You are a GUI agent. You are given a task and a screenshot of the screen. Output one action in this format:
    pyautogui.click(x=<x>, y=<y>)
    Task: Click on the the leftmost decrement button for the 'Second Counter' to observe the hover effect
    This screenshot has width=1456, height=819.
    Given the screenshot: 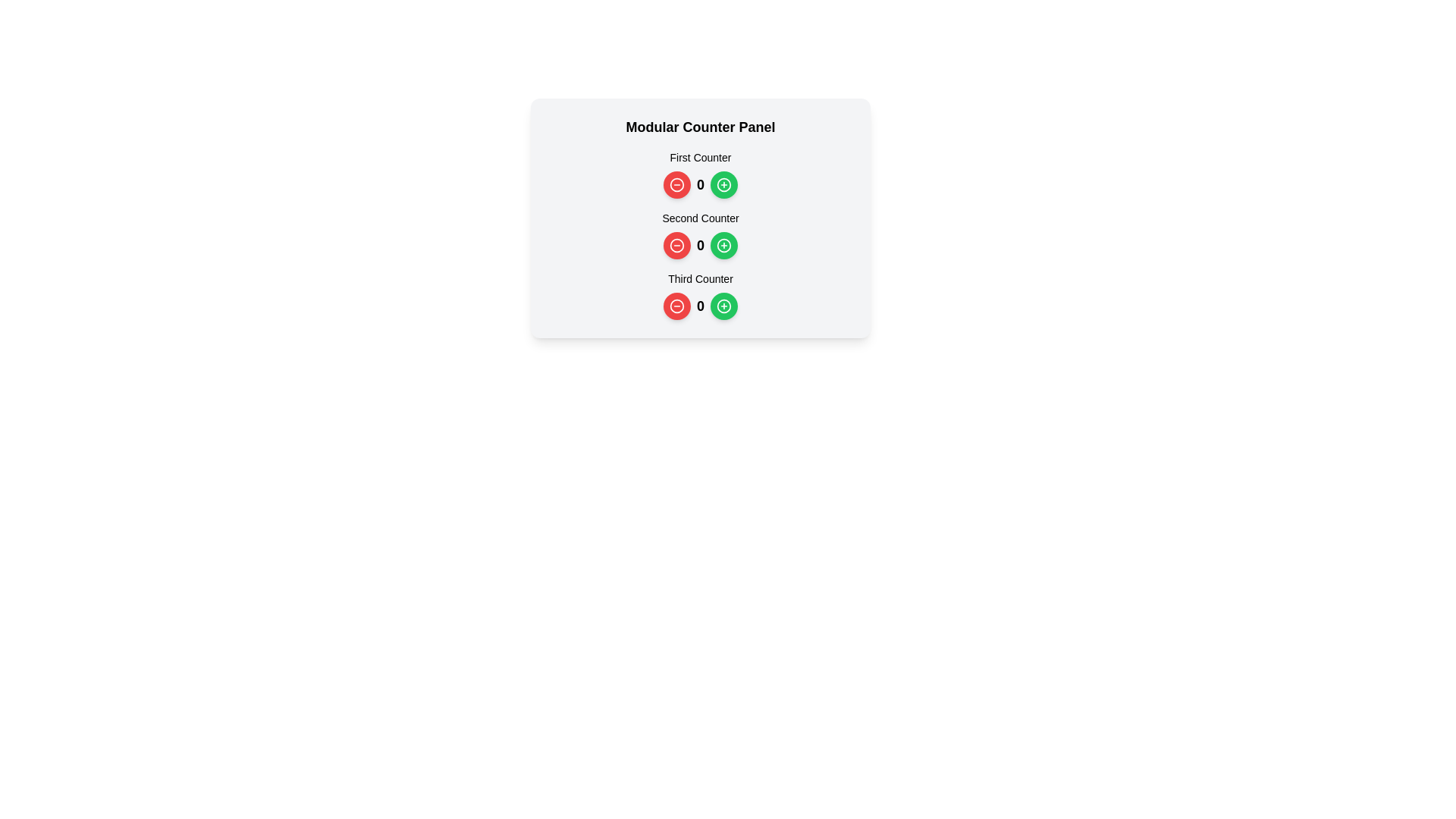 What is the action you would take?
    pyautogui.click(x=676, y=245)
    